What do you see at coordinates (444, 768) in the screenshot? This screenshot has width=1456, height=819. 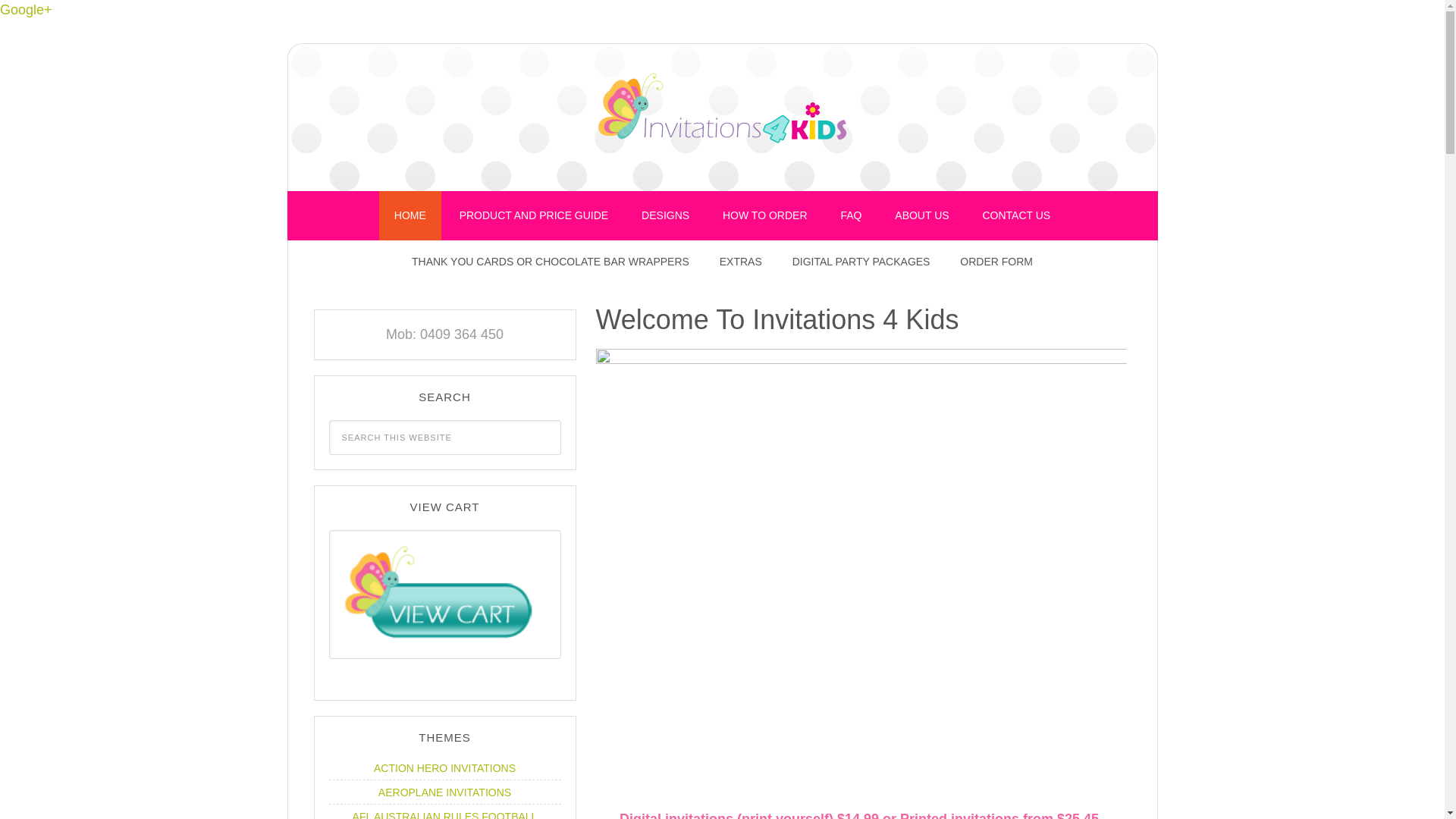 I see `'ACTION HERO INVITATIONS'` at bounding box center [444, 768].